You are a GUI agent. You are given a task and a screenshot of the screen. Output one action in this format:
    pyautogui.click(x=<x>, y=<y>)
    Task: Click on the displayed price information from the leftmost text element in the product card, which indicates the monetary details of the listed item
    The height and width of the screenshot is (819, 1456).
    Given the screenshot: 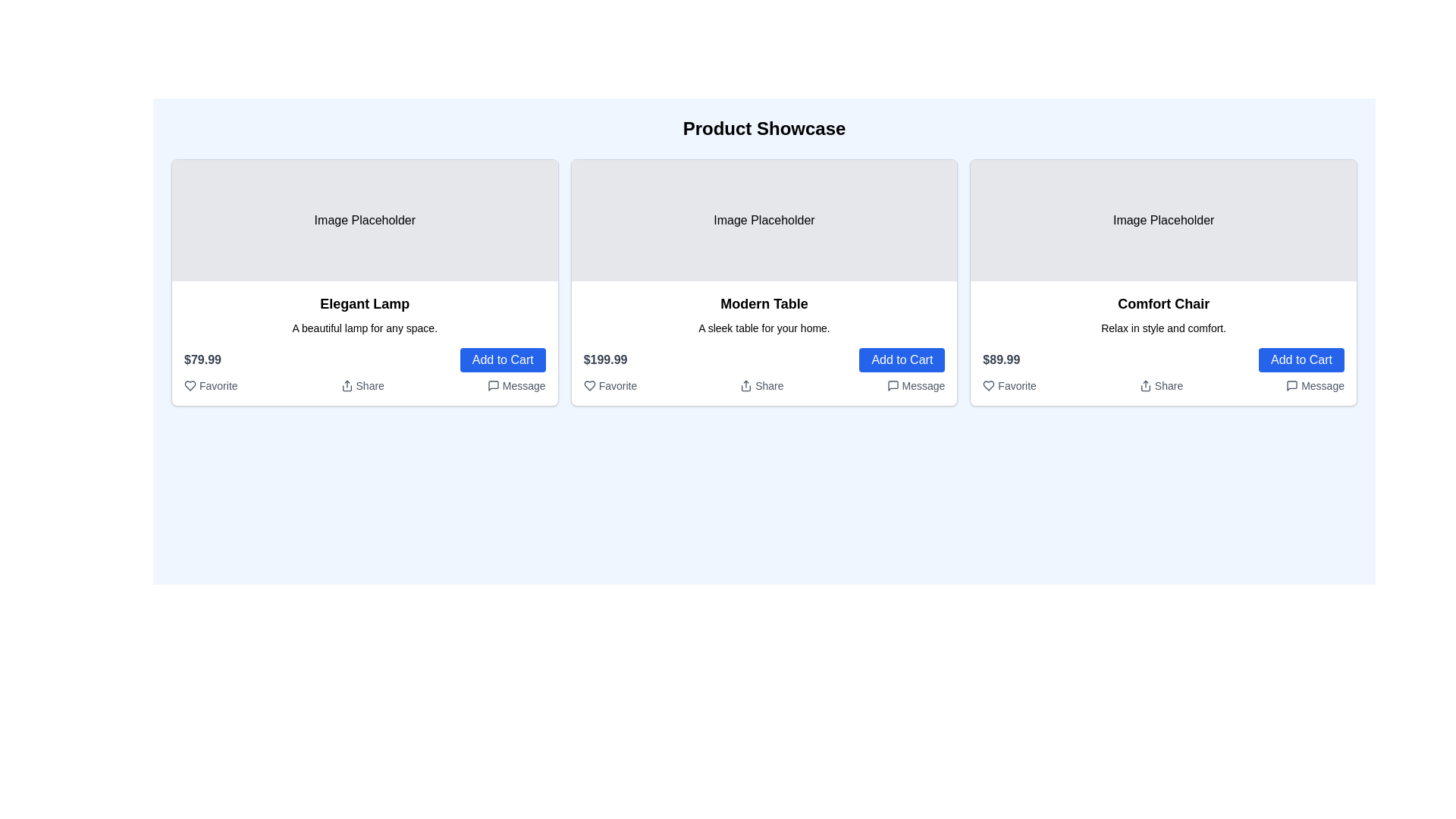 What is the action you would take?
    pyautogui.click(x=202, y=359)
    